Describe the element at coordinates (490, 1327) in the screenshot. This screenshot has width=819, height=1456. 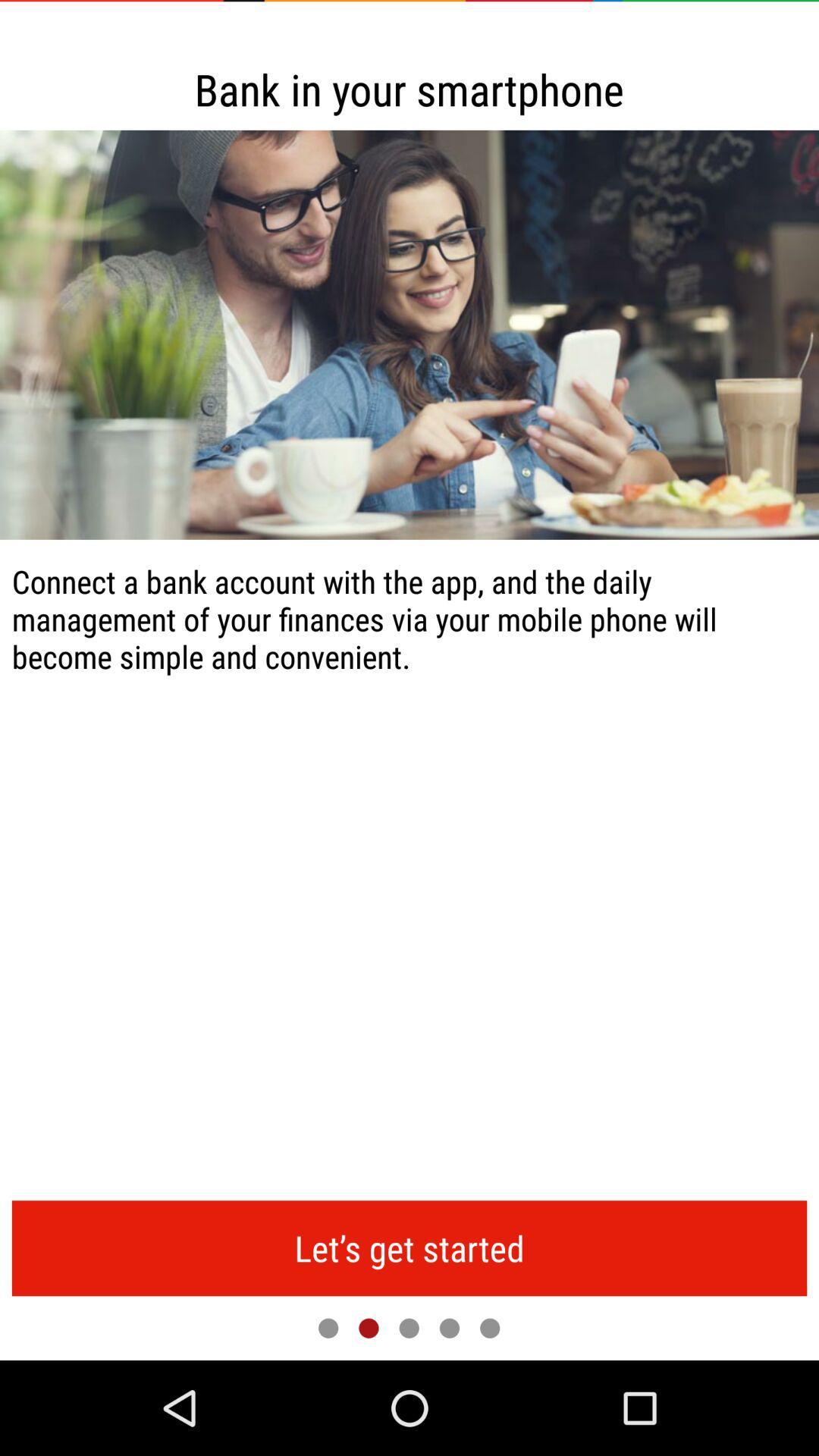
I see `change tab` at that location.